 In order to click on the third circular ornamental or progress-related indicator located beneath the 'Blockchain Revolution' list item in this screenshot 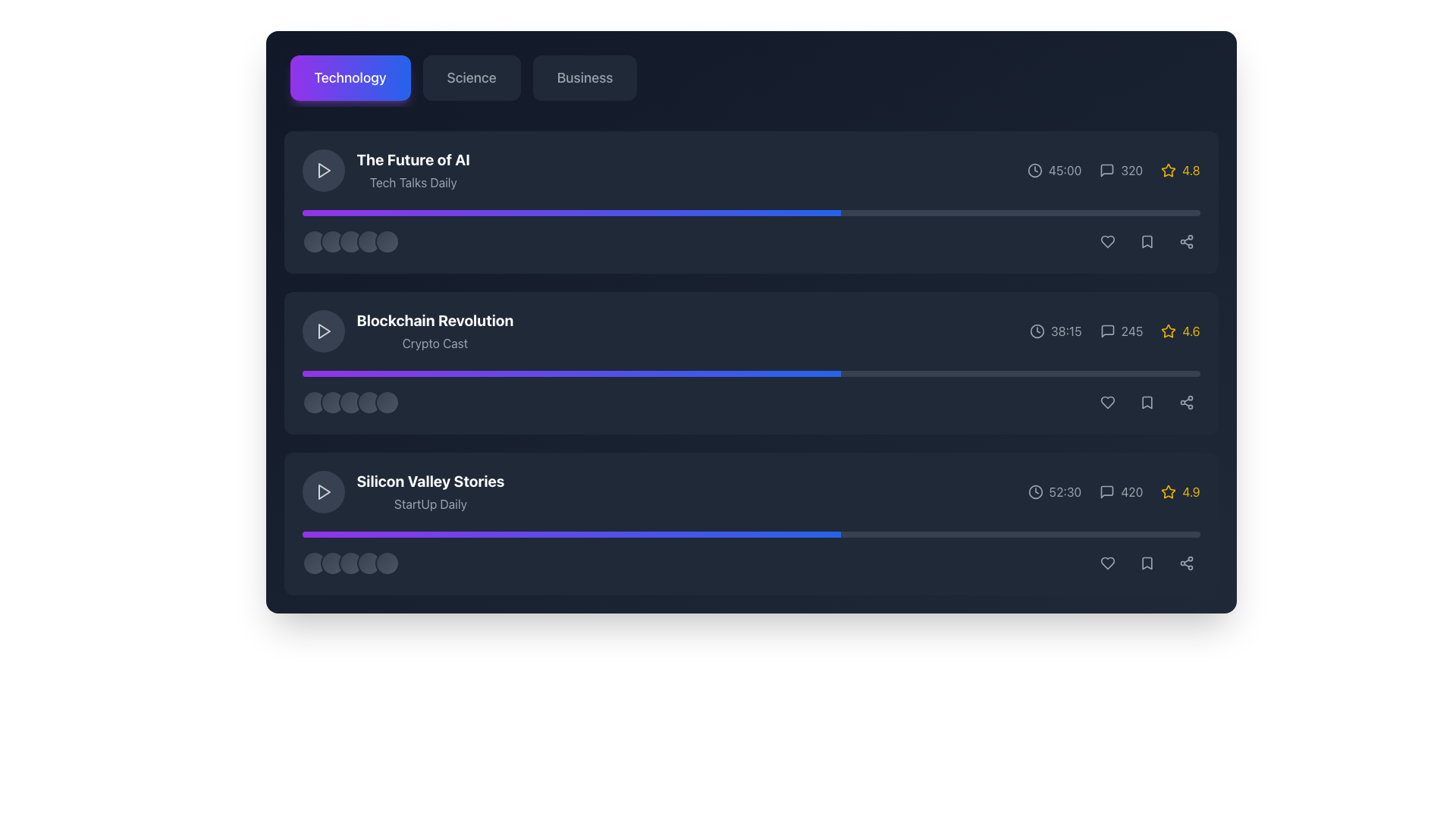, I will do `click(350, 402)`.